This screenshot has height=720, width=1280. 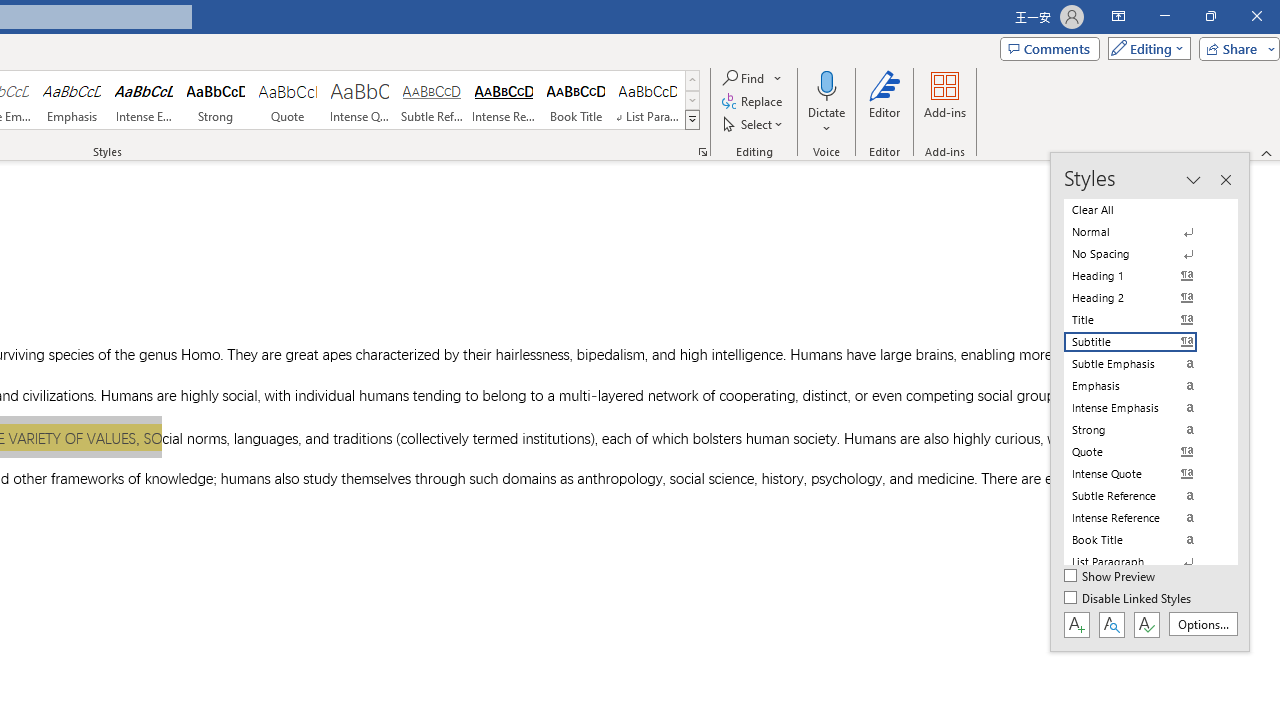 I want to click on 'Intense Reference', so click(x=504, y=100).